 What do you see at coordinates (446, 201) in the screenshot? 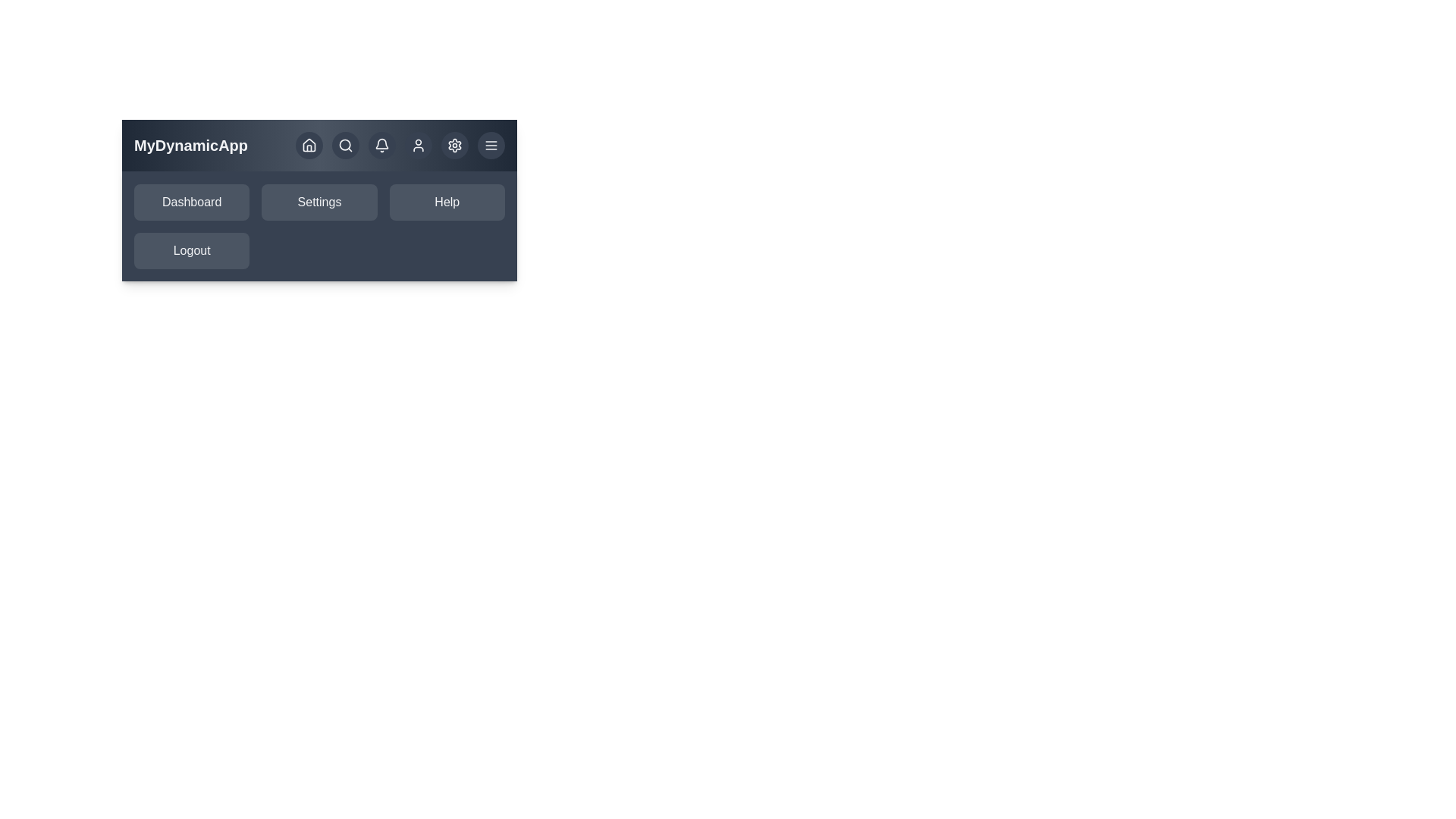
I see `the Help from the menu` at bounding box center [446, 201].